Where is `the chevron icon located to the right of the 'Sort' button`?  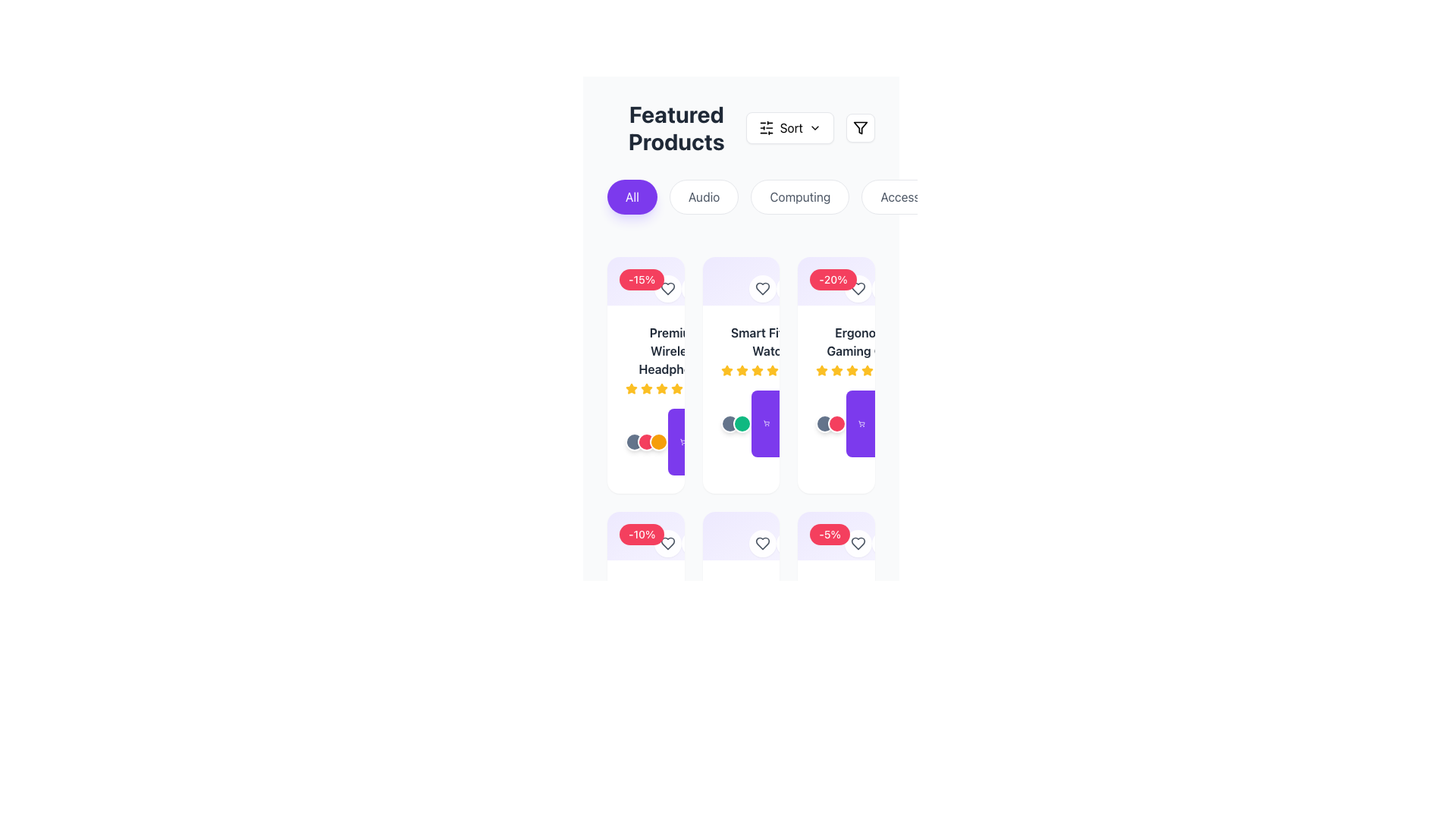
the chevron icon located to the right of the 'Sort' button is located at coordinates (814, 127).